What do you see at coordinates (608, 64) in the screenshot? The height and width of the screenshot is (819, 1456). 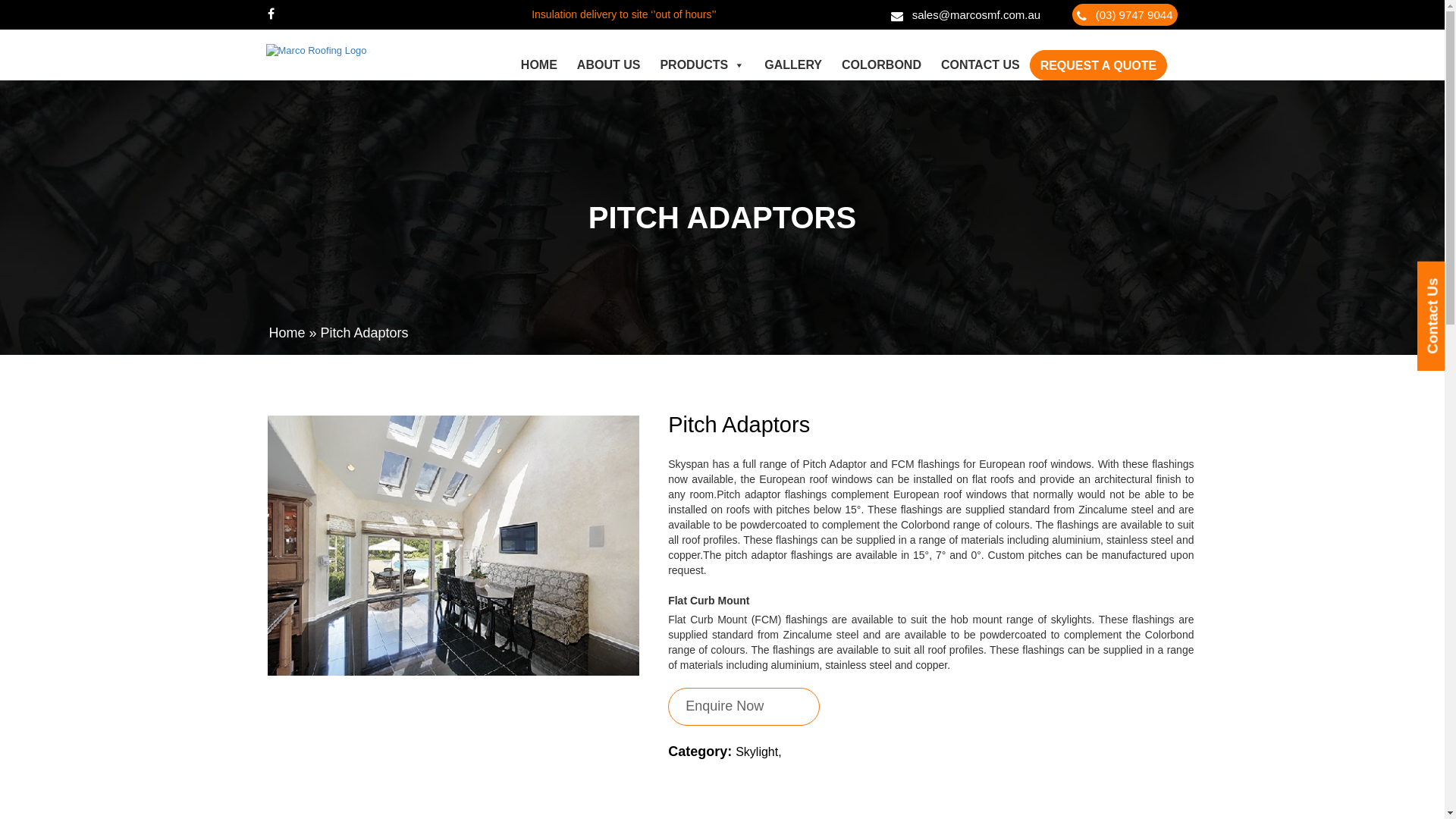 I see `'ABOUT US'` at bounding box center [608, 64].